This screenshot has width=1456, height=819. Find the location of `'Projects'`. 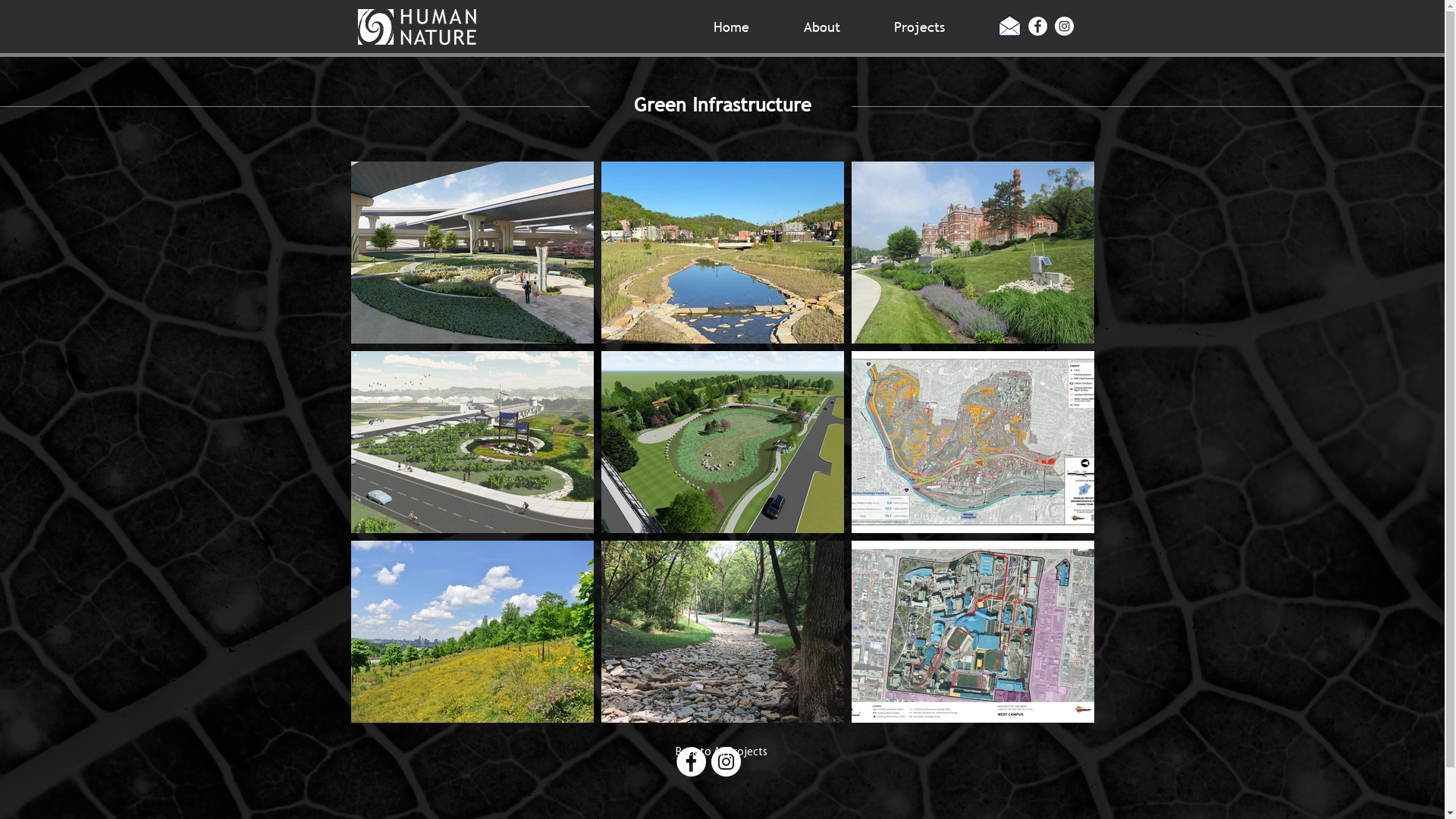

'Projects' is located at coordinates (934, 25).